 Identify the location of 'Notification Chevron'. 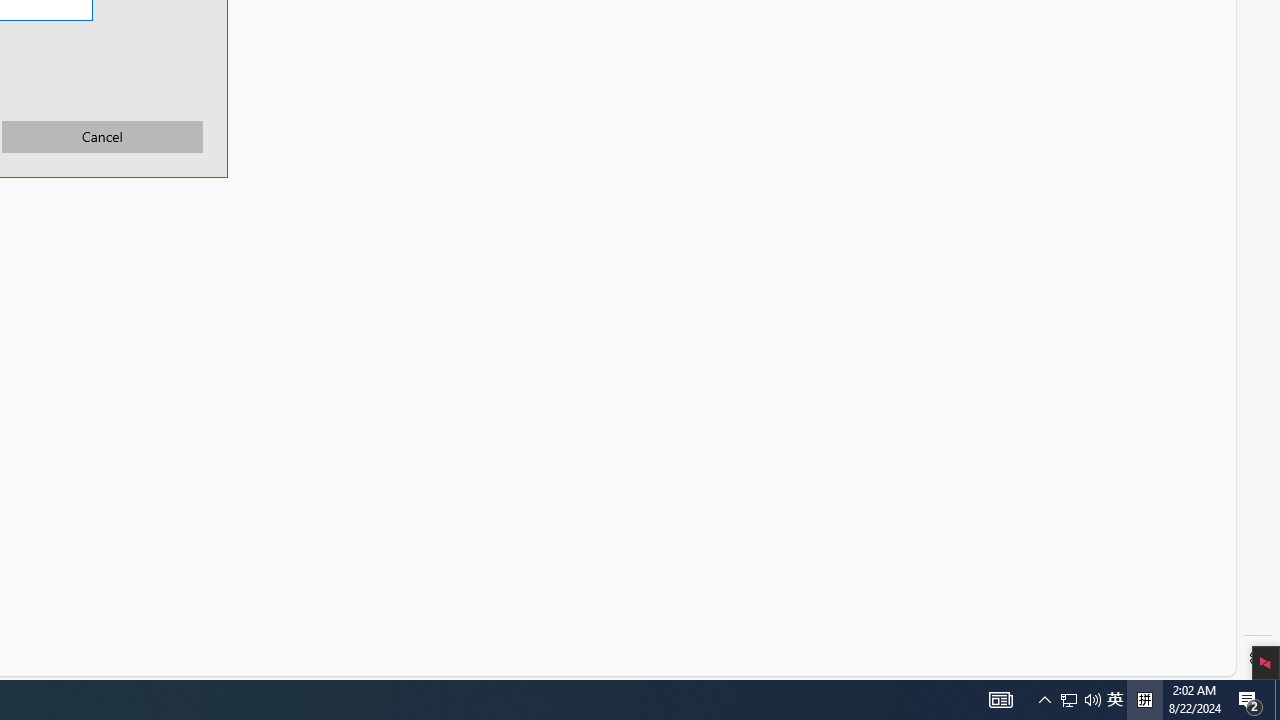
(1044, 698).